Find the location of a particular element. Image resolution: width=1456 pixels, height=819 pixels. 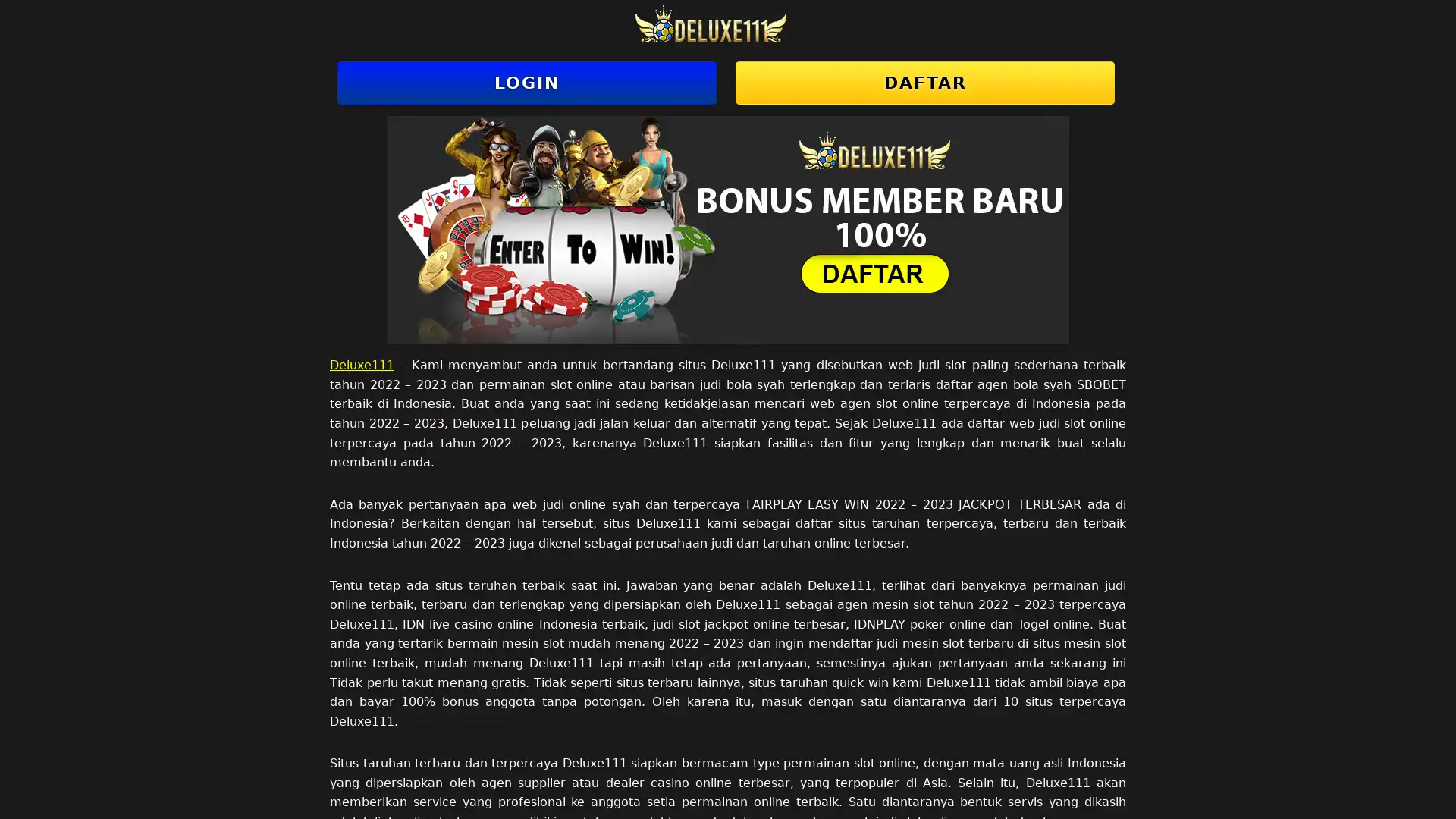

DAFTAR is located at coordinates (924, 83).